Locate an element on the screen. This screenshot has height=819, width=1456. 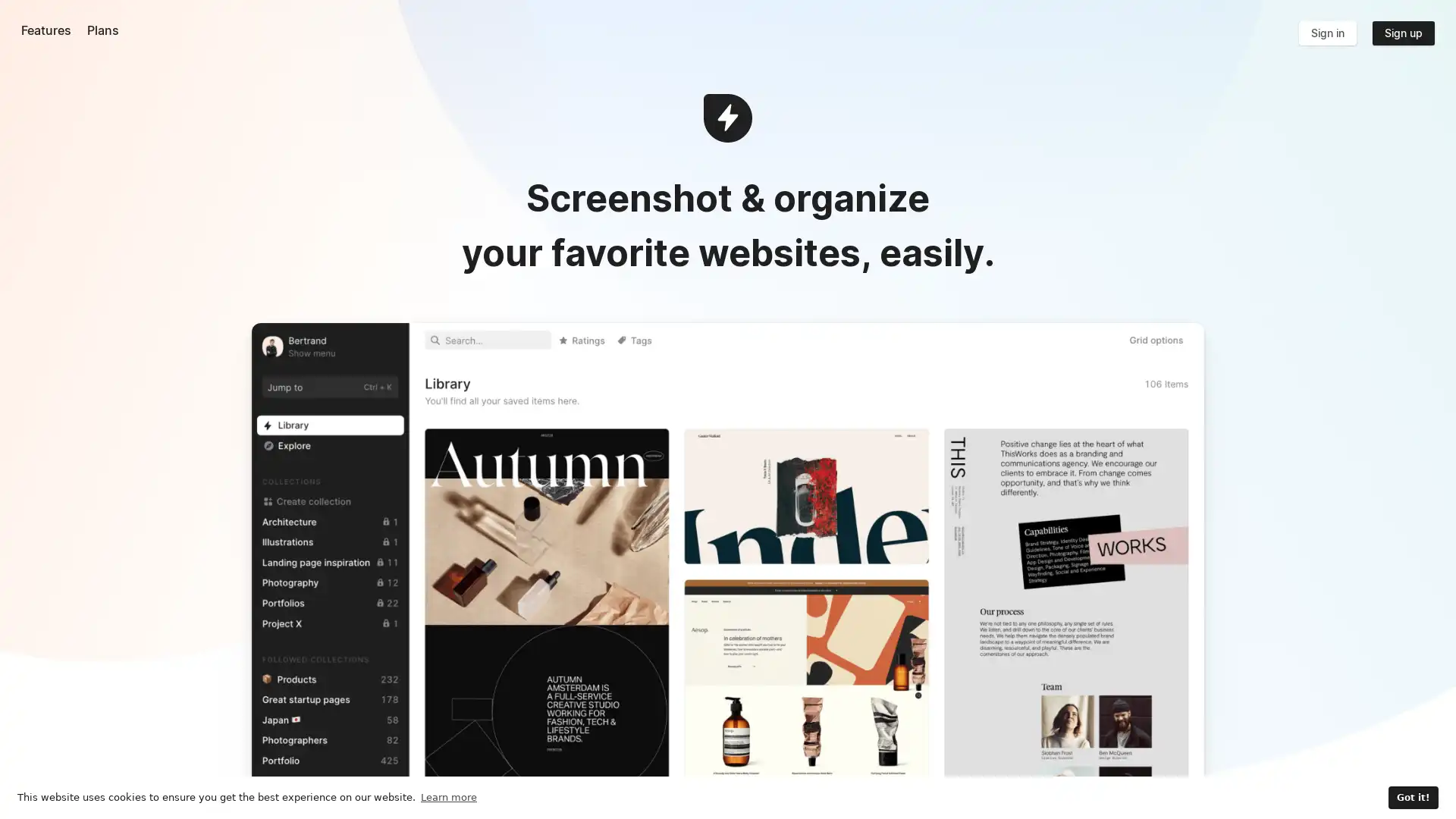
Sign in is located at coordinates (1326, 33).